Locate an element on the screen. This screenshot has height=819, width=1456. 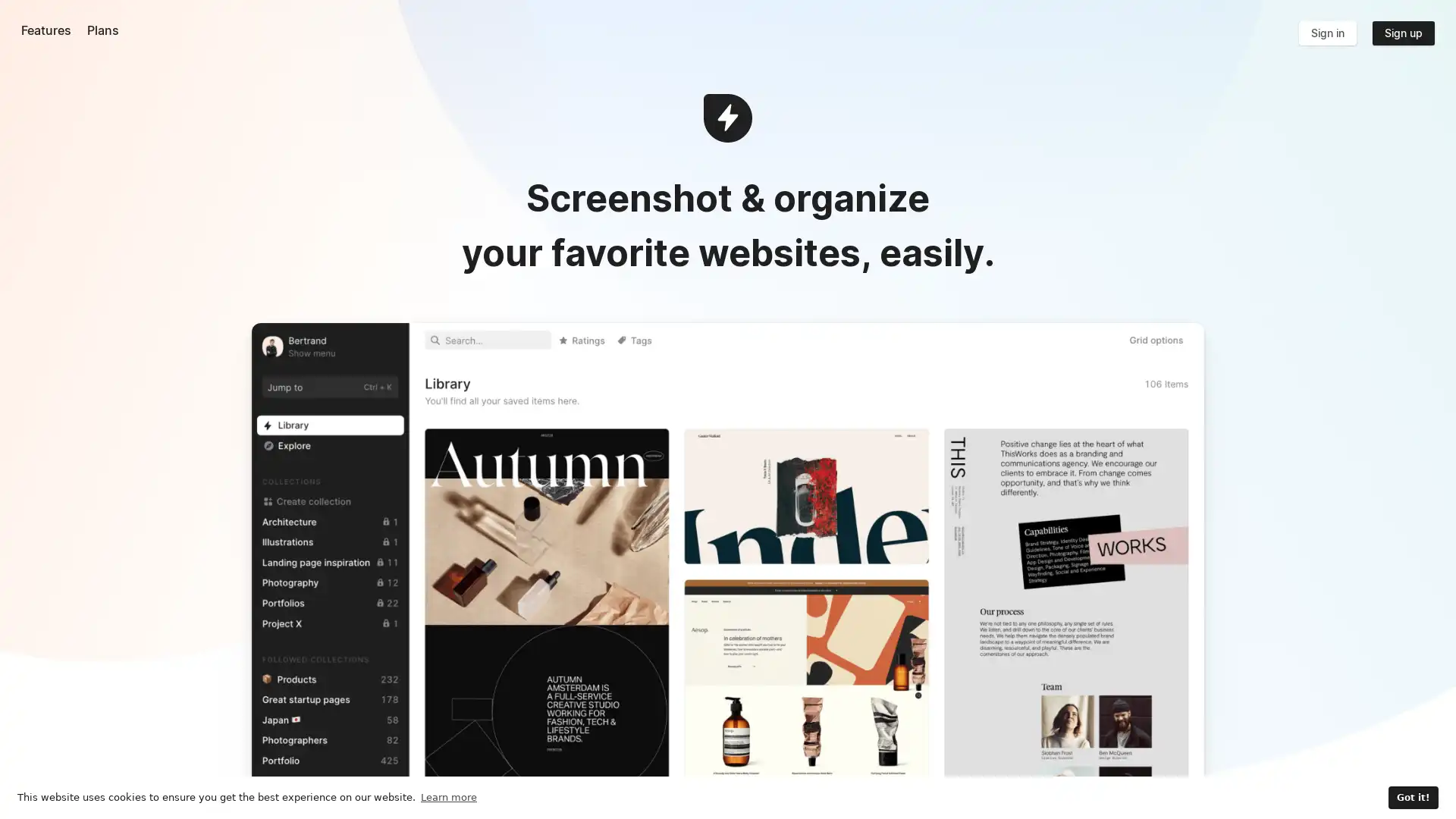
Sign in is located at coordinates (1326, 33).